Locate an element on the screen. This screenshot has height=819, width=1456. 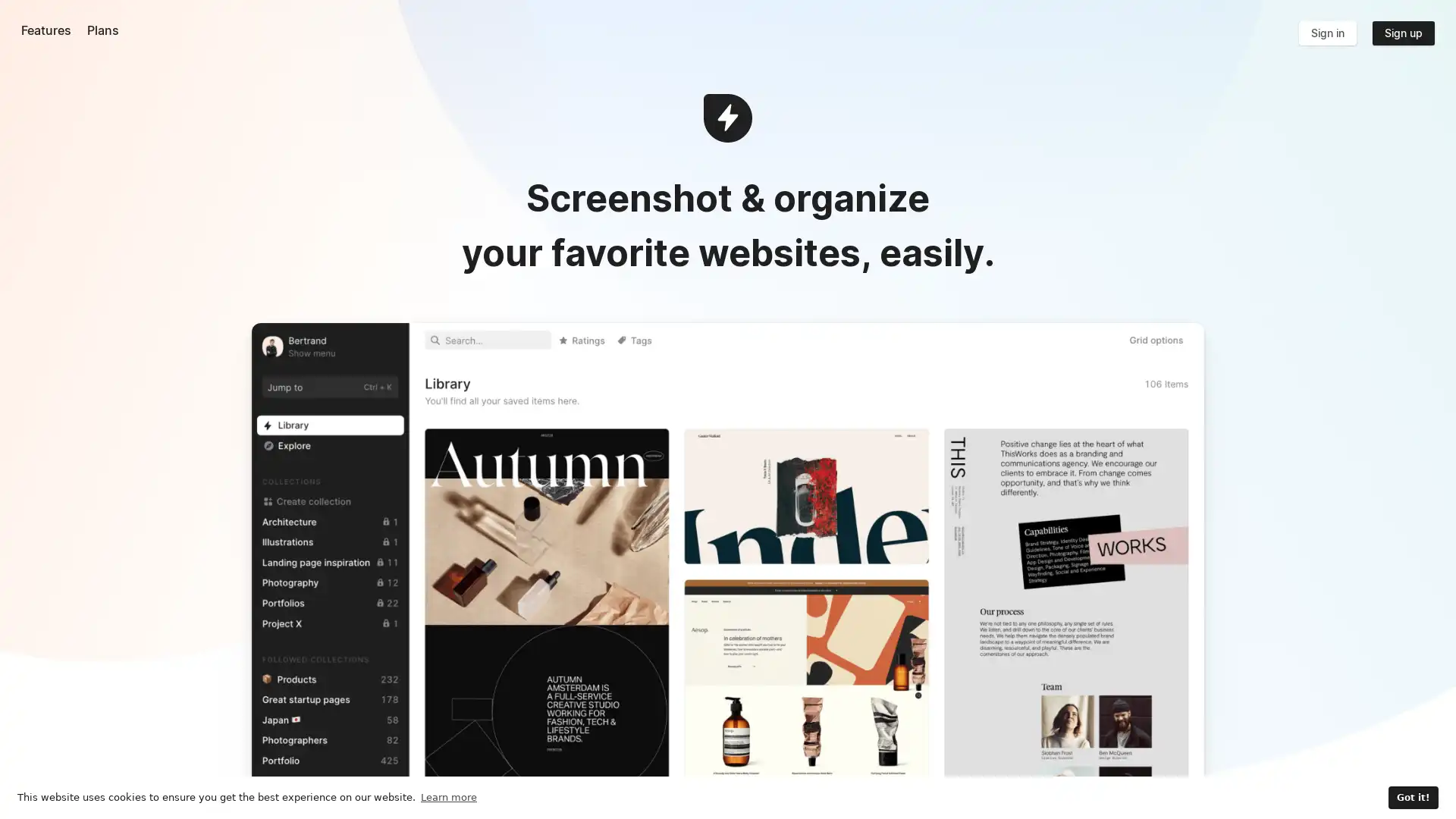
Sign in is located at coordinates (1326, 33).